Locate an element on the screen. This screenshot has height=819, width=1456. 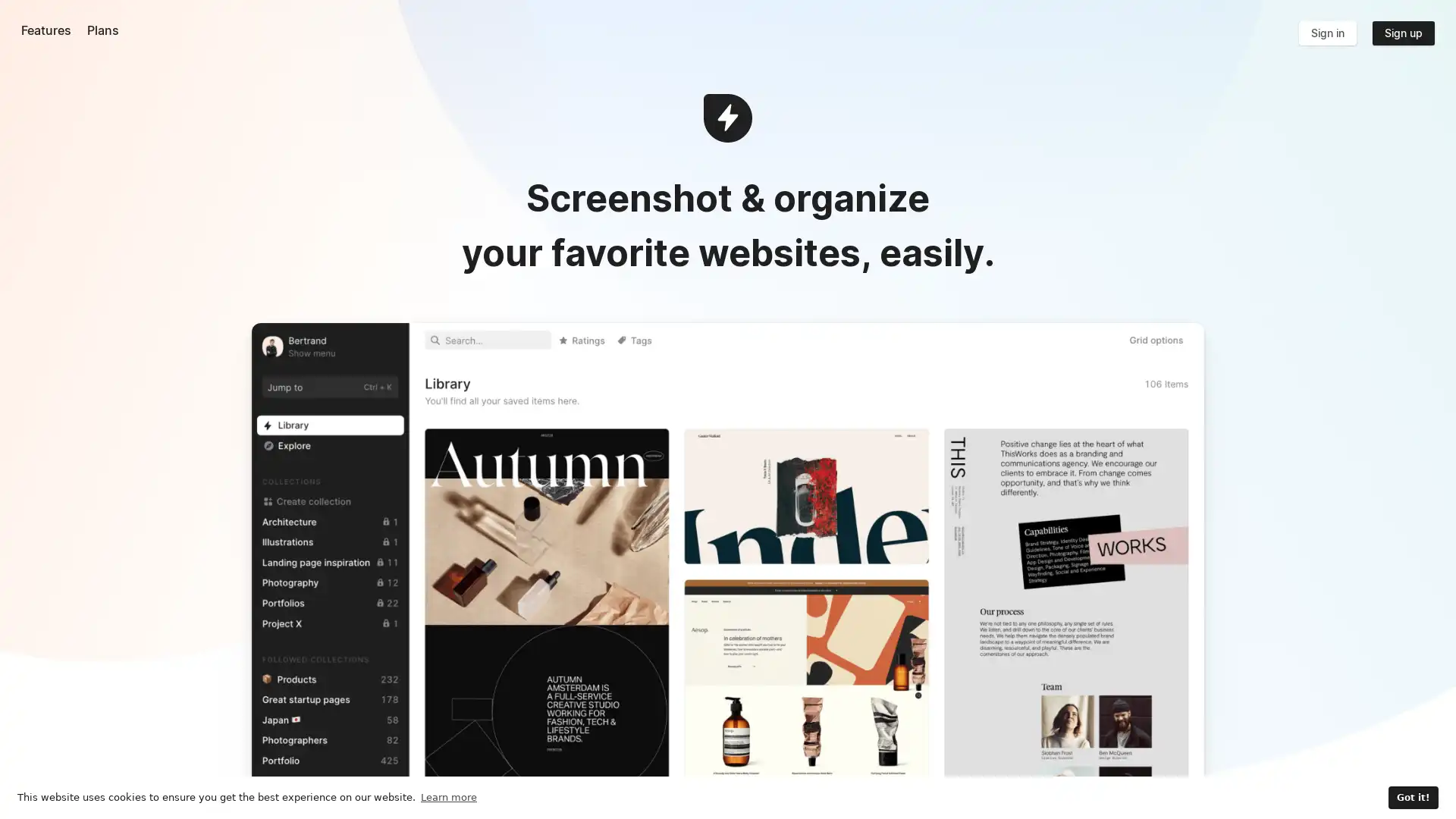
Sign in is located at coordinates (1326, 33).